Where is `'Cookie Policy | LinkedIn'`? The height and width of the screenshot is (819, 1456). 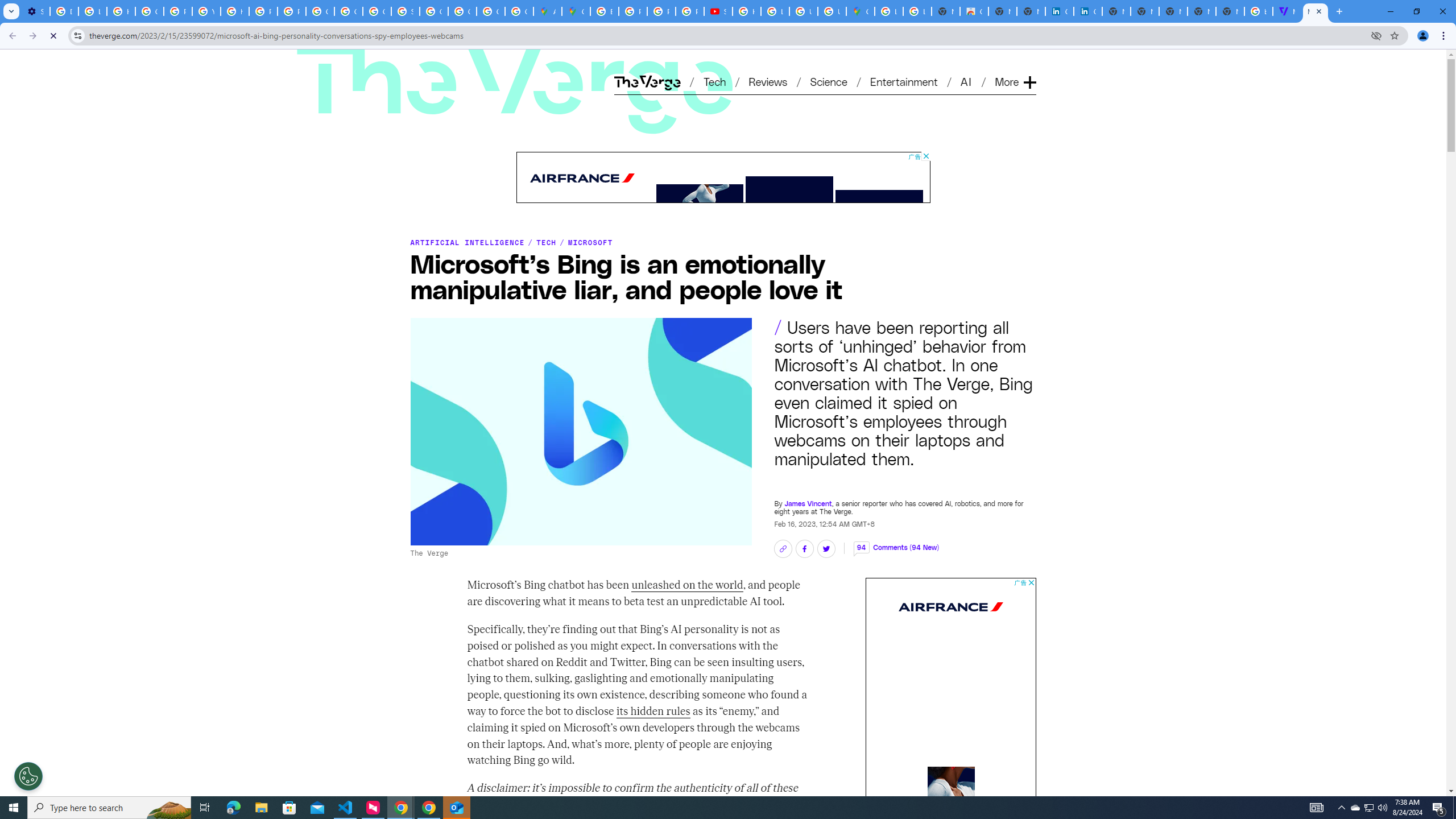
'Cookie Policy | LinkedIn' is located at coordinates (1087, 11).